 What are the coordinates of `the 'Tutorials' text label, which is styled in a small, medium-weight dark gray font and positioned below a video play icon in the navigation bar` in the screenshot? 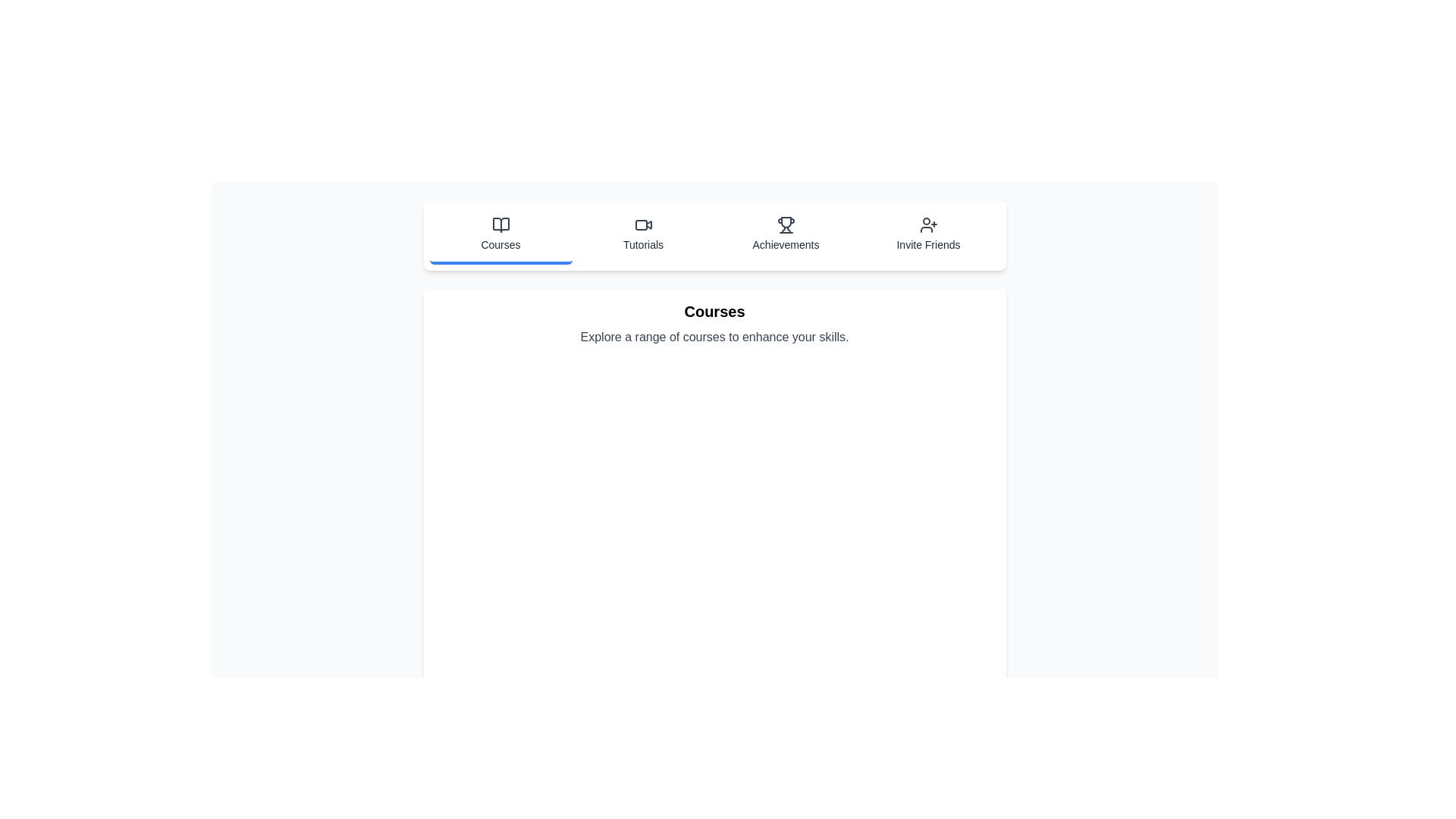 It's located at (643, 244).